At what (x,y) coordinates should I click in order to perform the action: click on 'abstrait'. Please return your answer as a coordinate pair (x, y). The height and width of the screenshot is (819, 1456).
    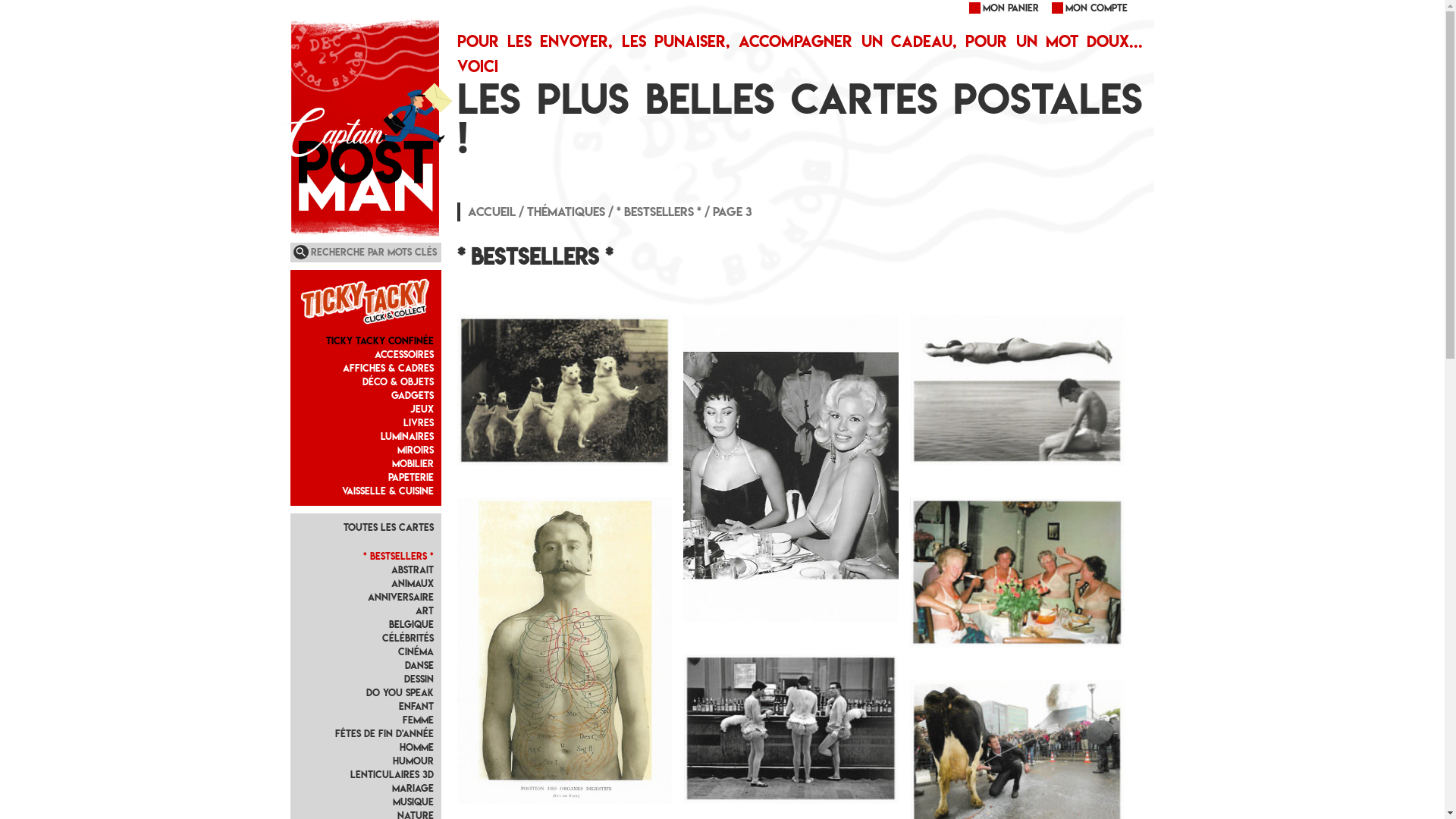
    Looking at the image, I should click on (391, 570).